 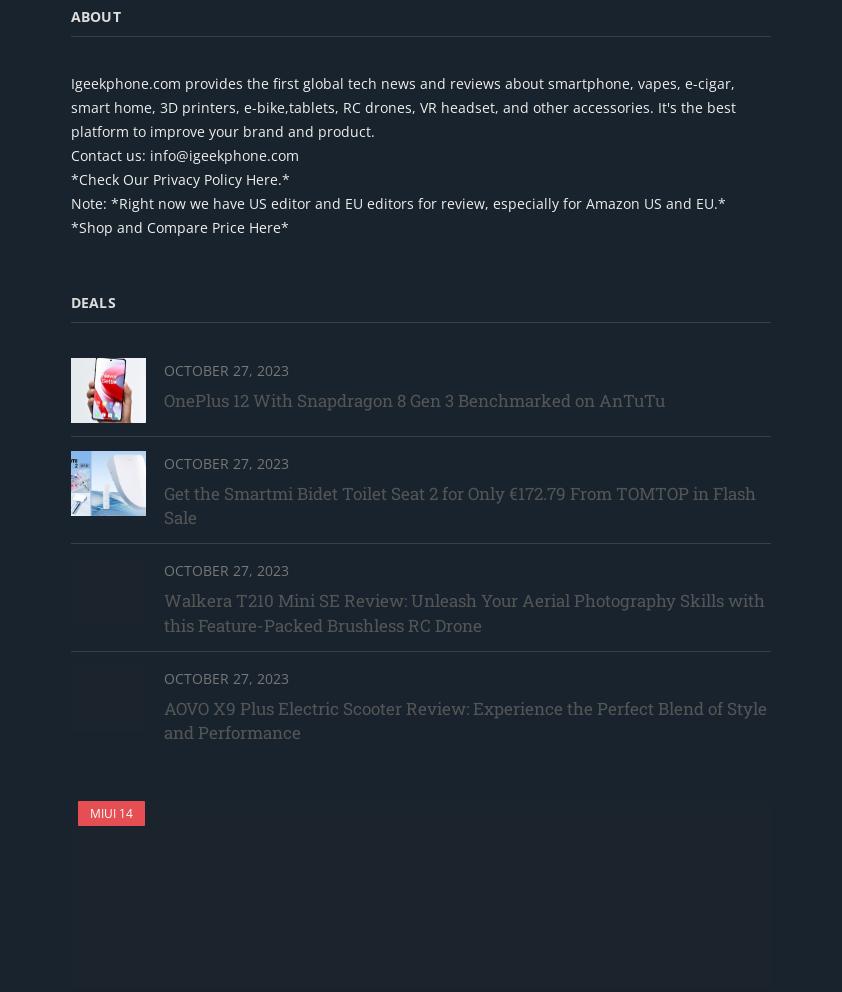 What do you see at coordinates (398, 201) in the screenshot?
I see `'Note: *Right now we have US editor and EU editors for review, especially for Amazon US and EU.*'` at bounding box center [398, 201].